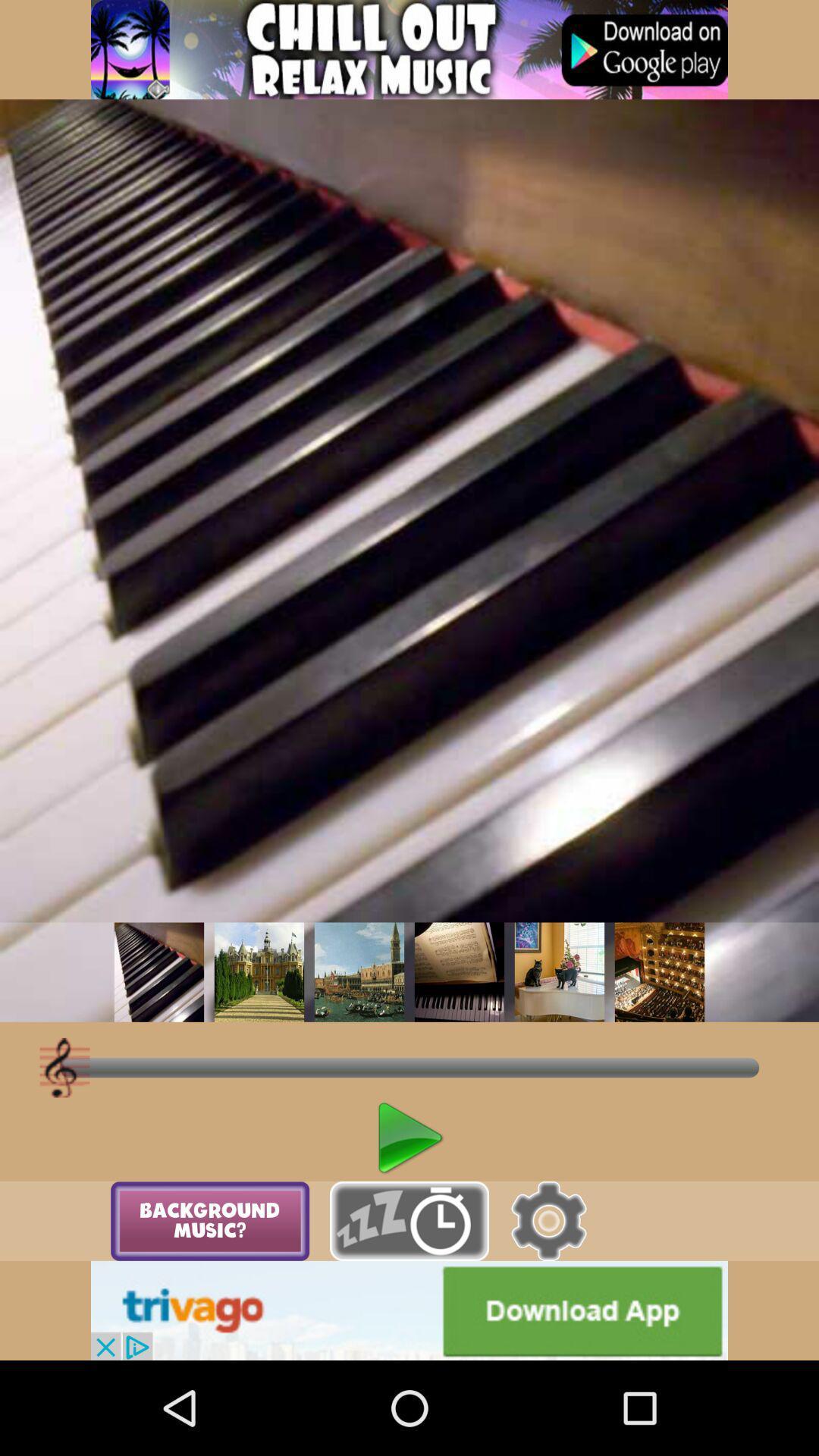  What do you see at coordinates (409, 1221) in the screenshot?
I see `snooze option` at bounding box center [409, 1221].